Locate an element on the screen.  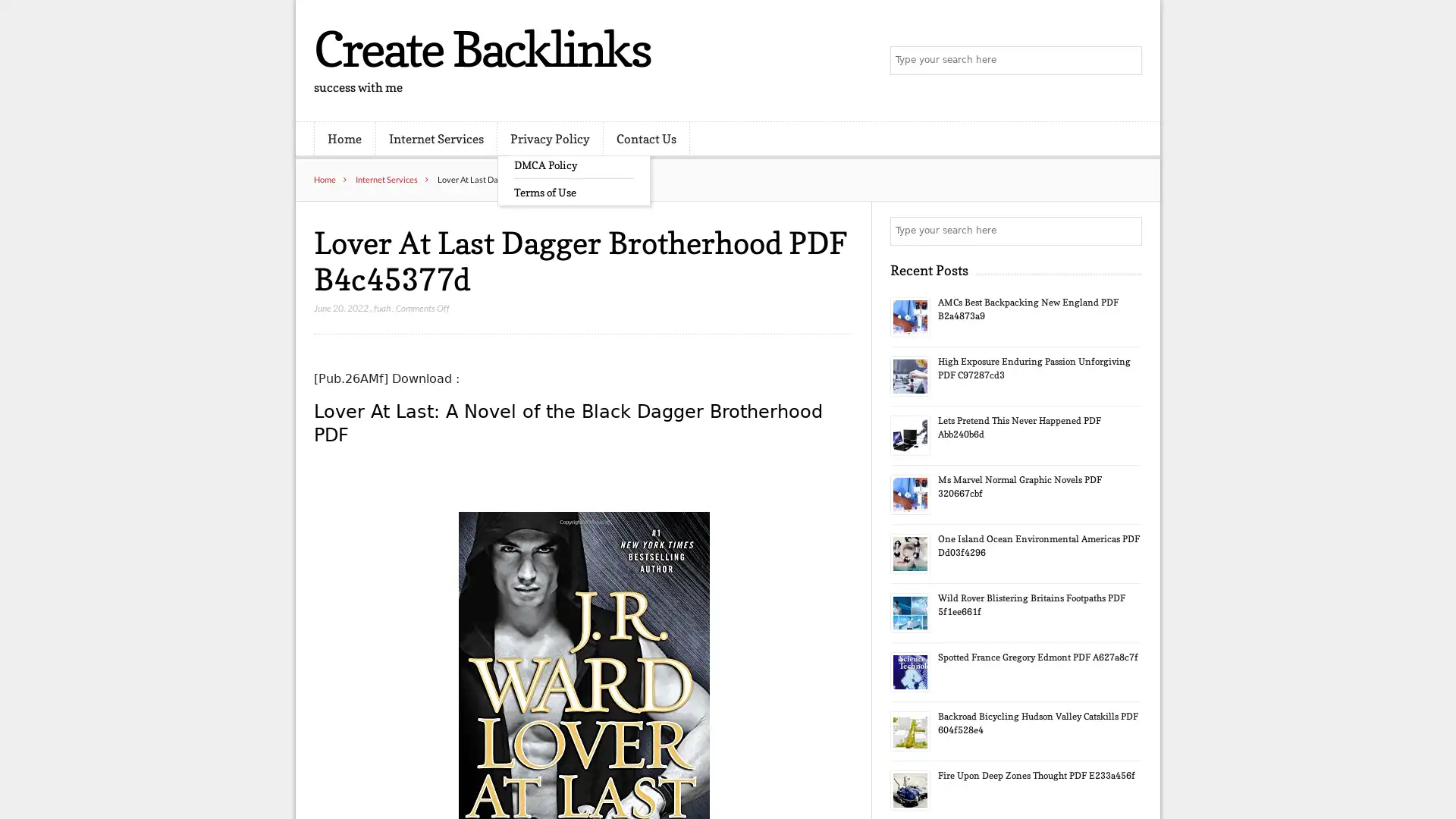
Search is located at coordinates (1126, 231).